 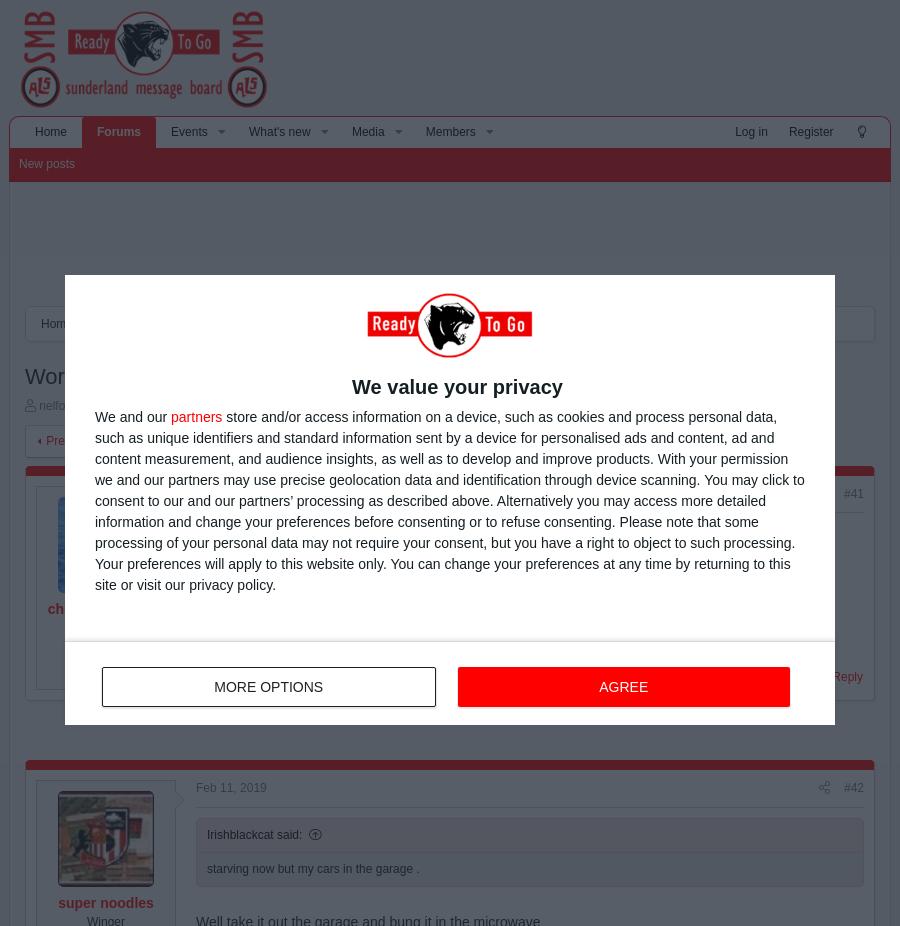 I want to click on 'Sunderland Message Boards', so click(x=225, y=324).